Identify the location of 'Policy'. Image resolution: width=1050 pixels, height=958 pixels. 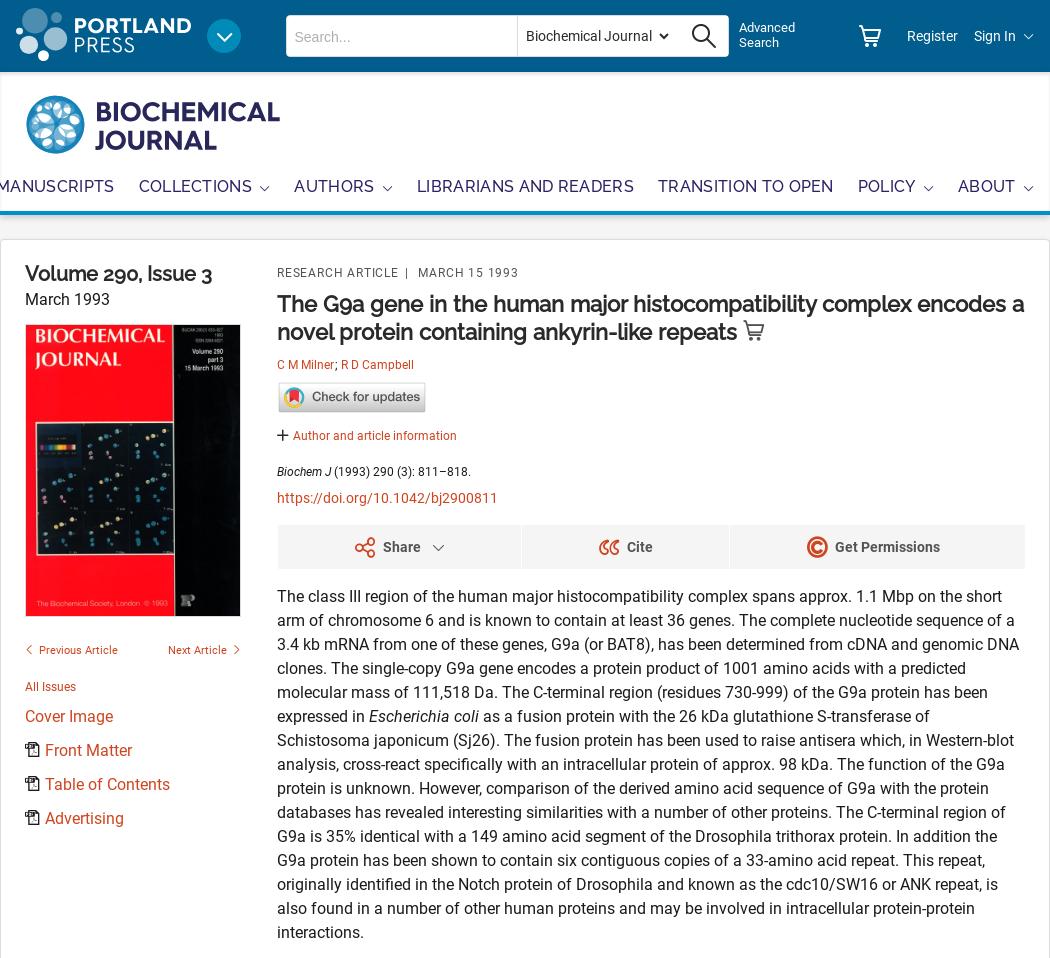
(884, 185).